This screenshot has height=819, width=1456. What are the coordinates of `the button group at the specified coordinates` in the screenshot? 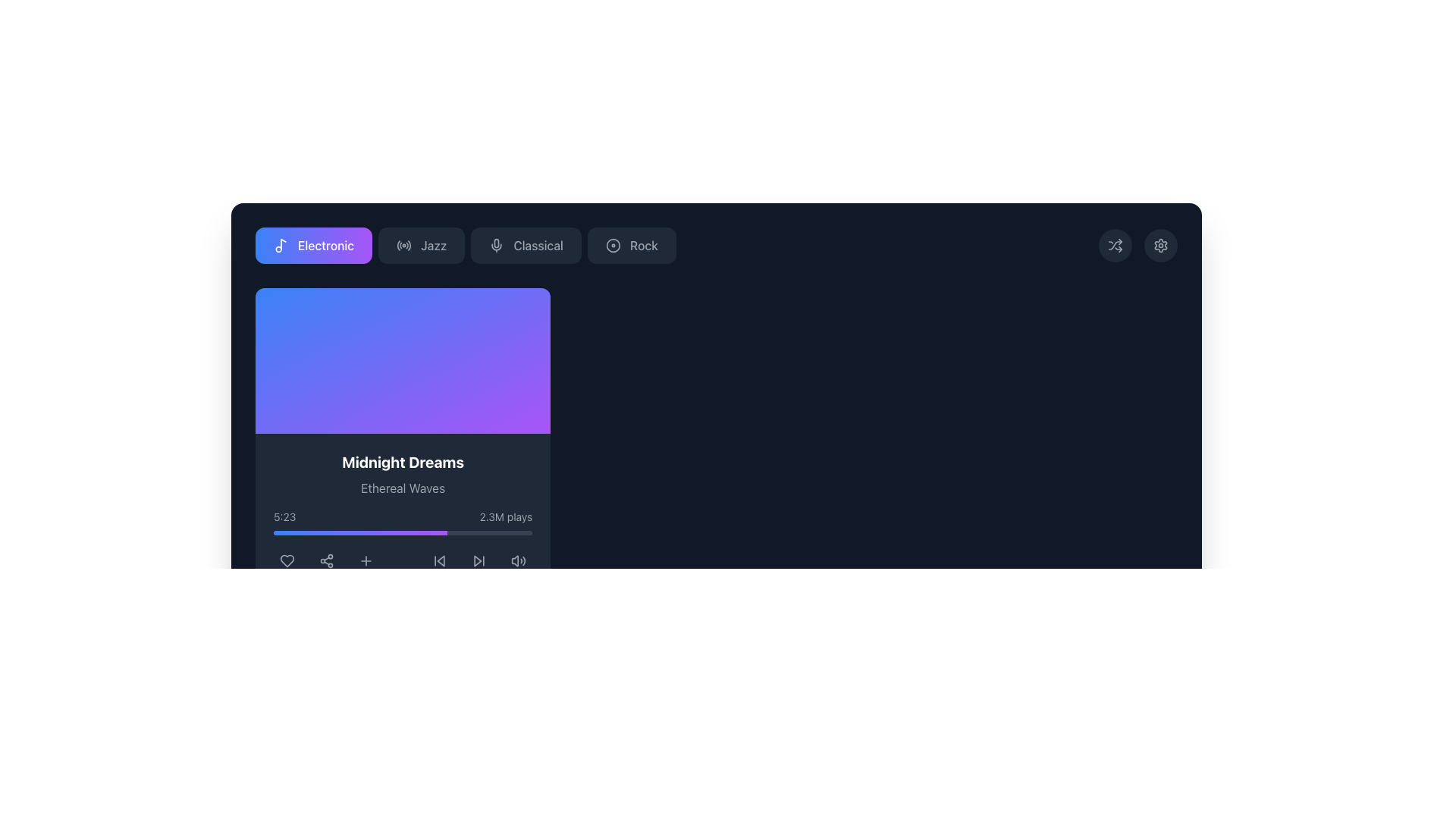 It's located at (465, 245).